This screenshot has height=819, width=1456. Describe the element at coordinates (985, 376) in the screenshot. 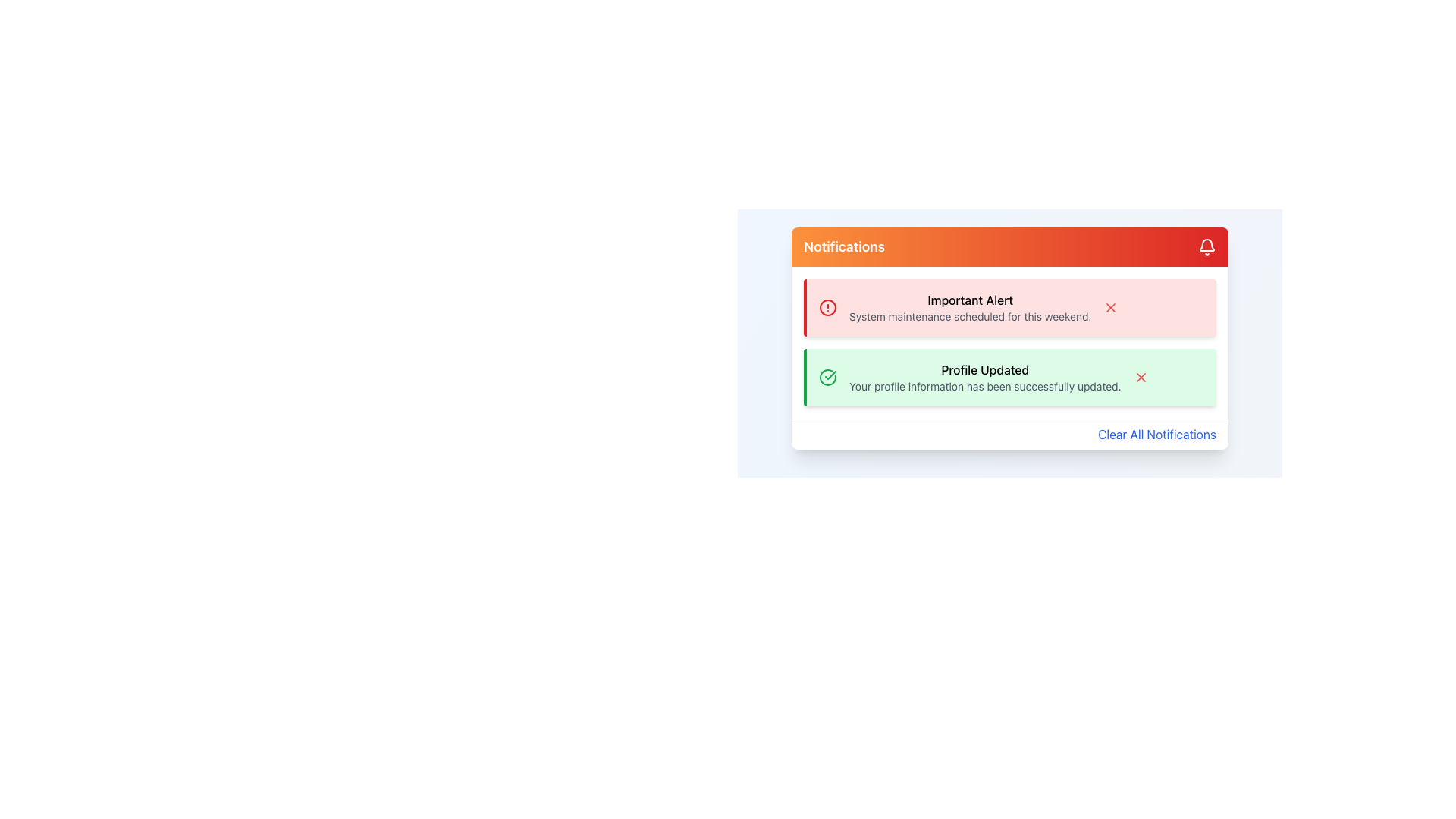

I see `the notification message titled 'Profile Updated' which displays a success message in a greenish background` at that location.